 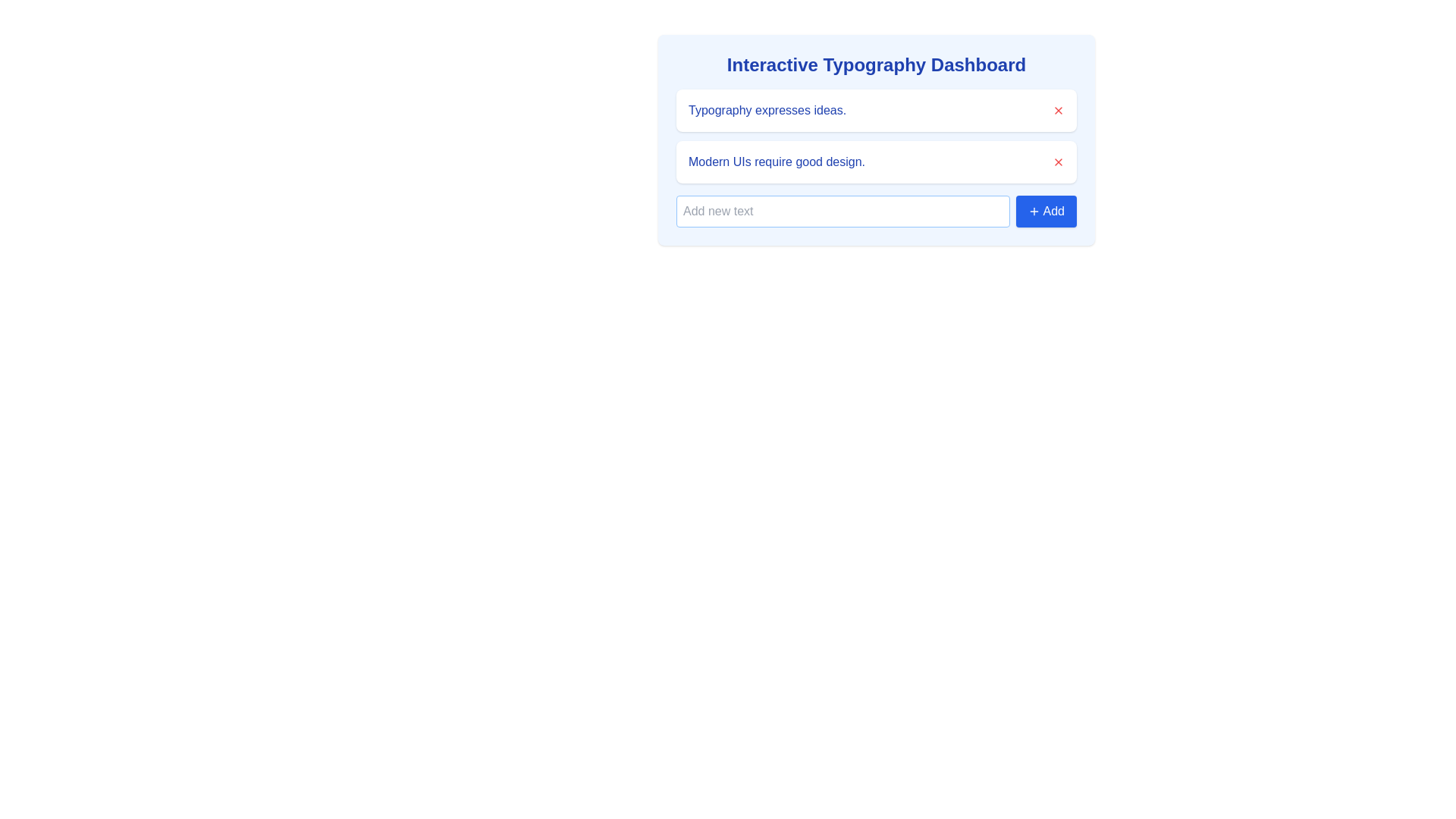 What do you see at coordinates (877, 110) in the screenshot?
I see `the first list item with text 'Typography expresses ideas.'` at bounding box center [877, 110].